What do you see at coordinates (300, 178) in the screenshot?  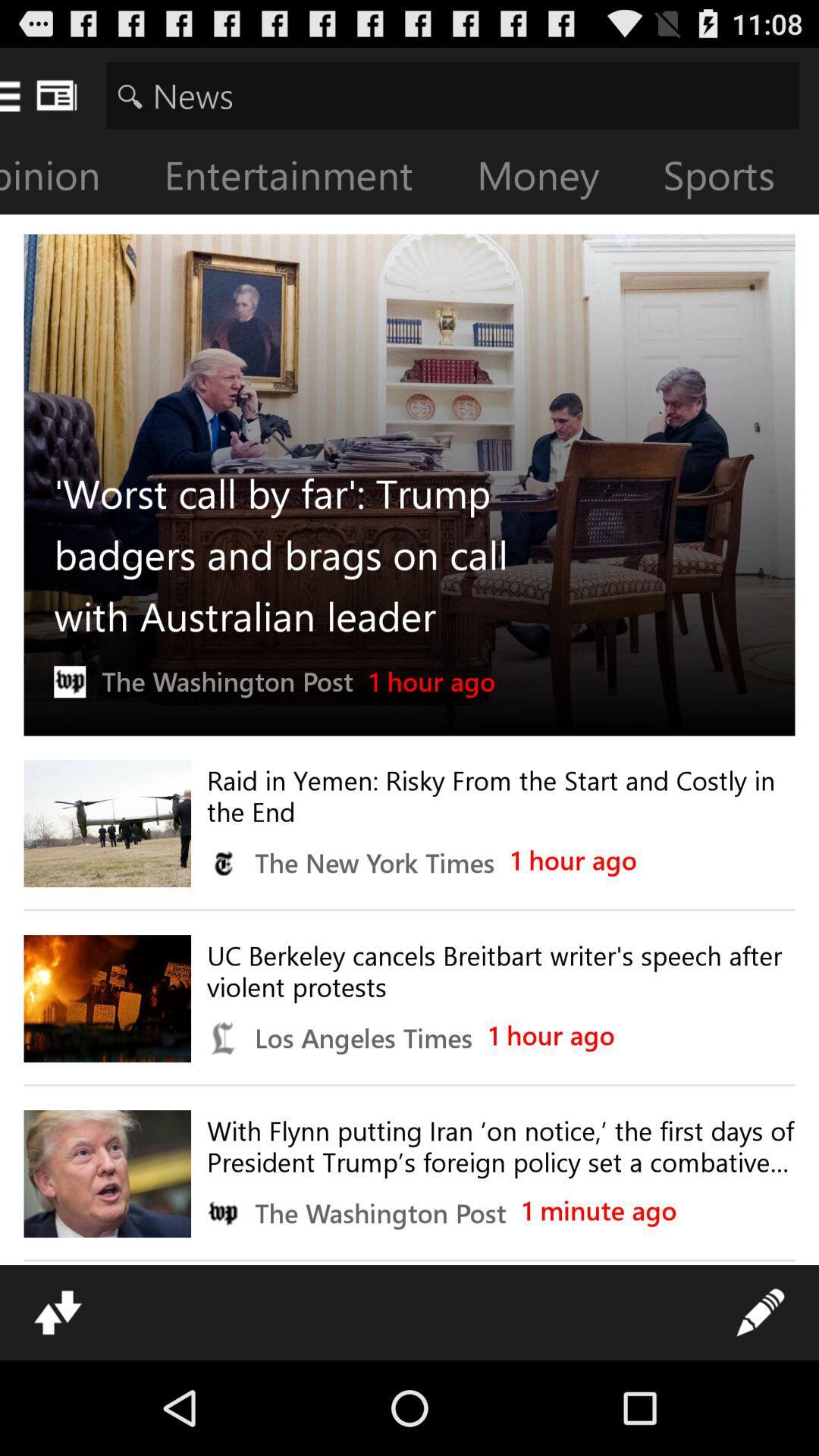 I see `icon to the right of the opinion icon` at bounding box center [300, 178].